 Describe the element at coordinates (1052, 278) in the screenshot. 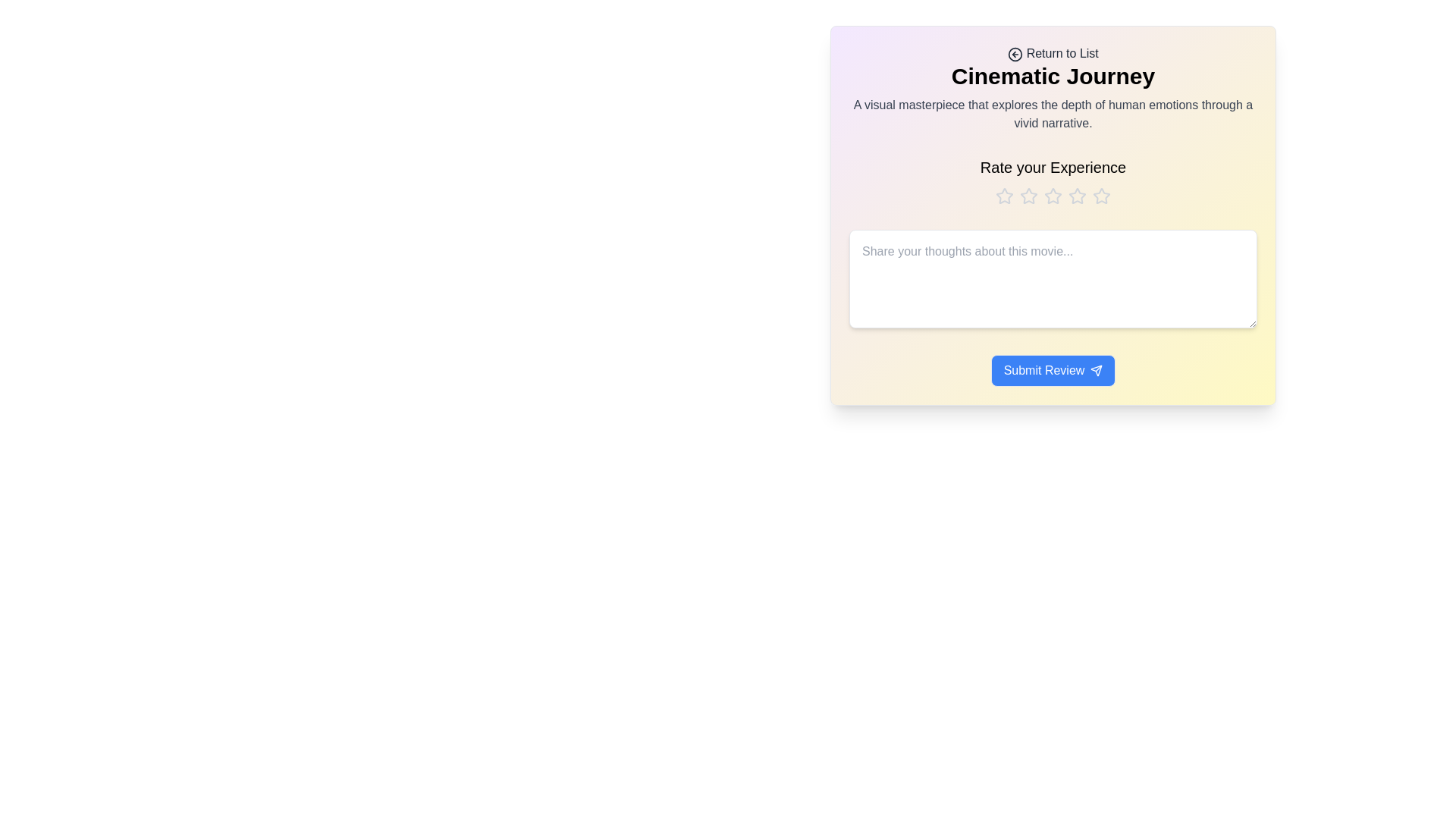

I see `the multi-line text input field that contains the placeholder text 'Share your thoughts about this movie...' by tabbing to it` at that location.